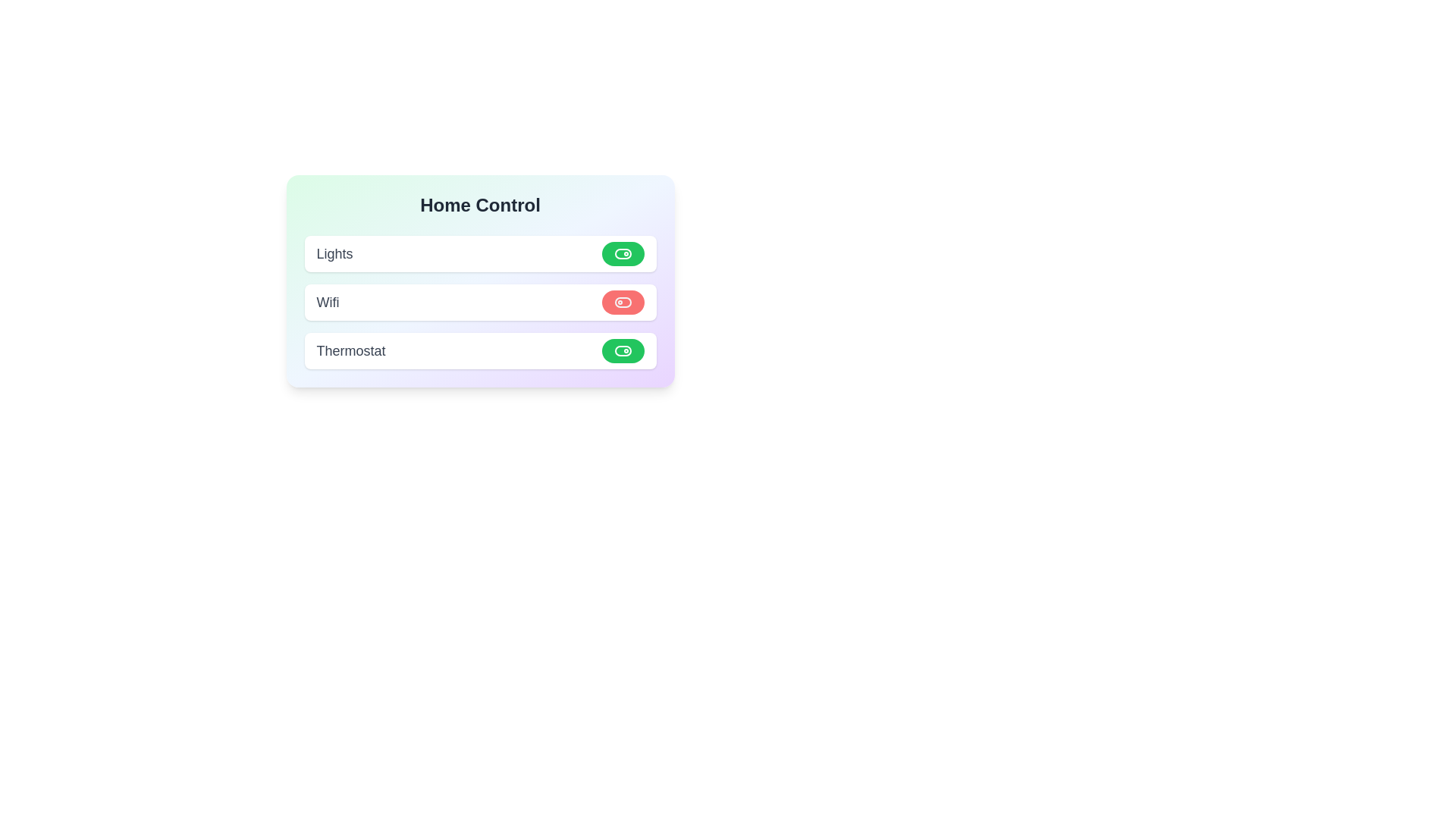 Image resolution: width=1456 pixels, height=819 pixels. What do you see at coordinates (334, 253) in the screenshot?
I see `the Text Label that identifies the 'Lights' feature in the control panel, located in the first row of options to the left of the toggle button` at bounding box center [334, 253].